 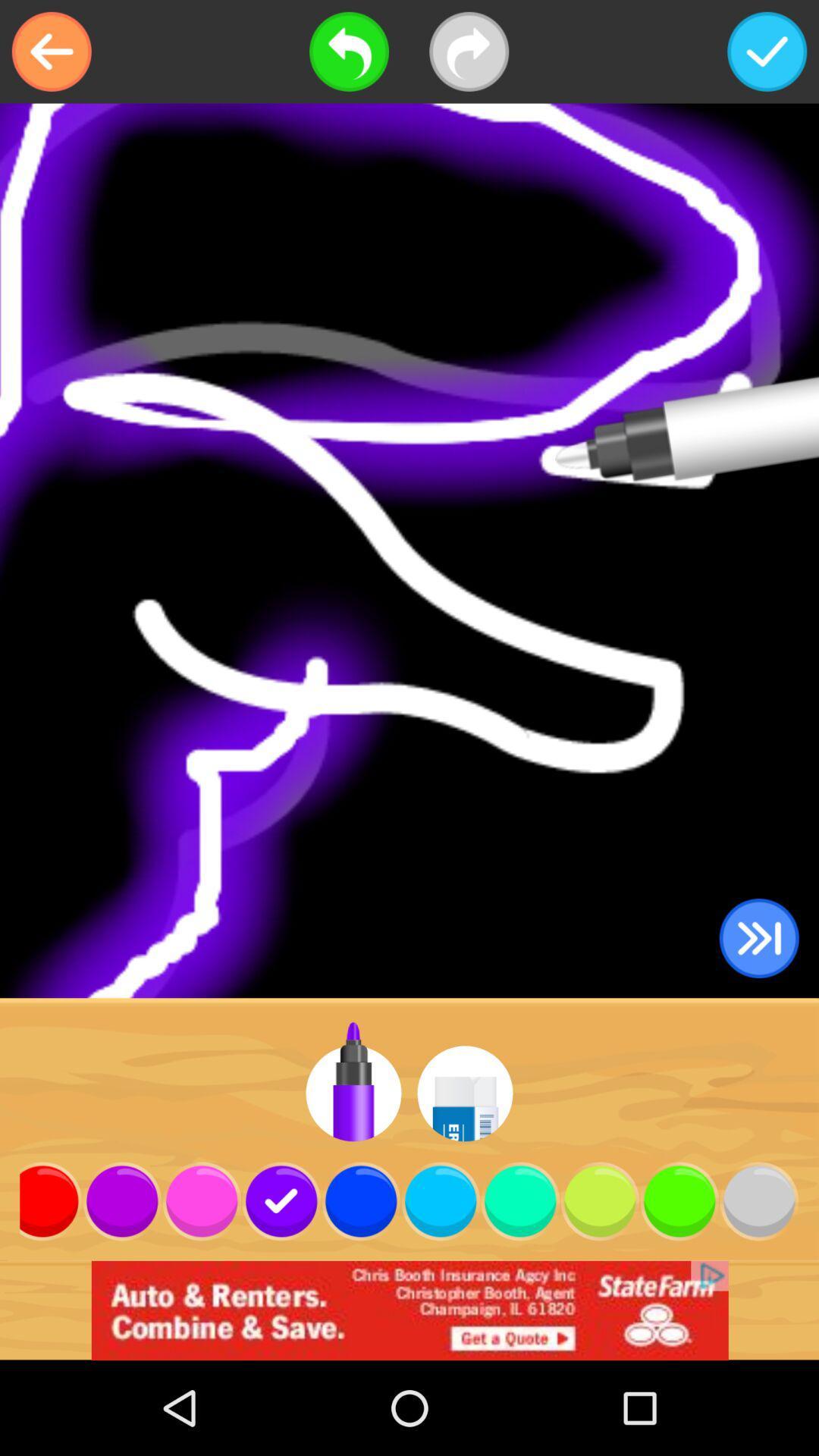 What do you see at coordinates (349, 52) in the screenshot?
I see `the undo icon` at bounding box center [349, 52].